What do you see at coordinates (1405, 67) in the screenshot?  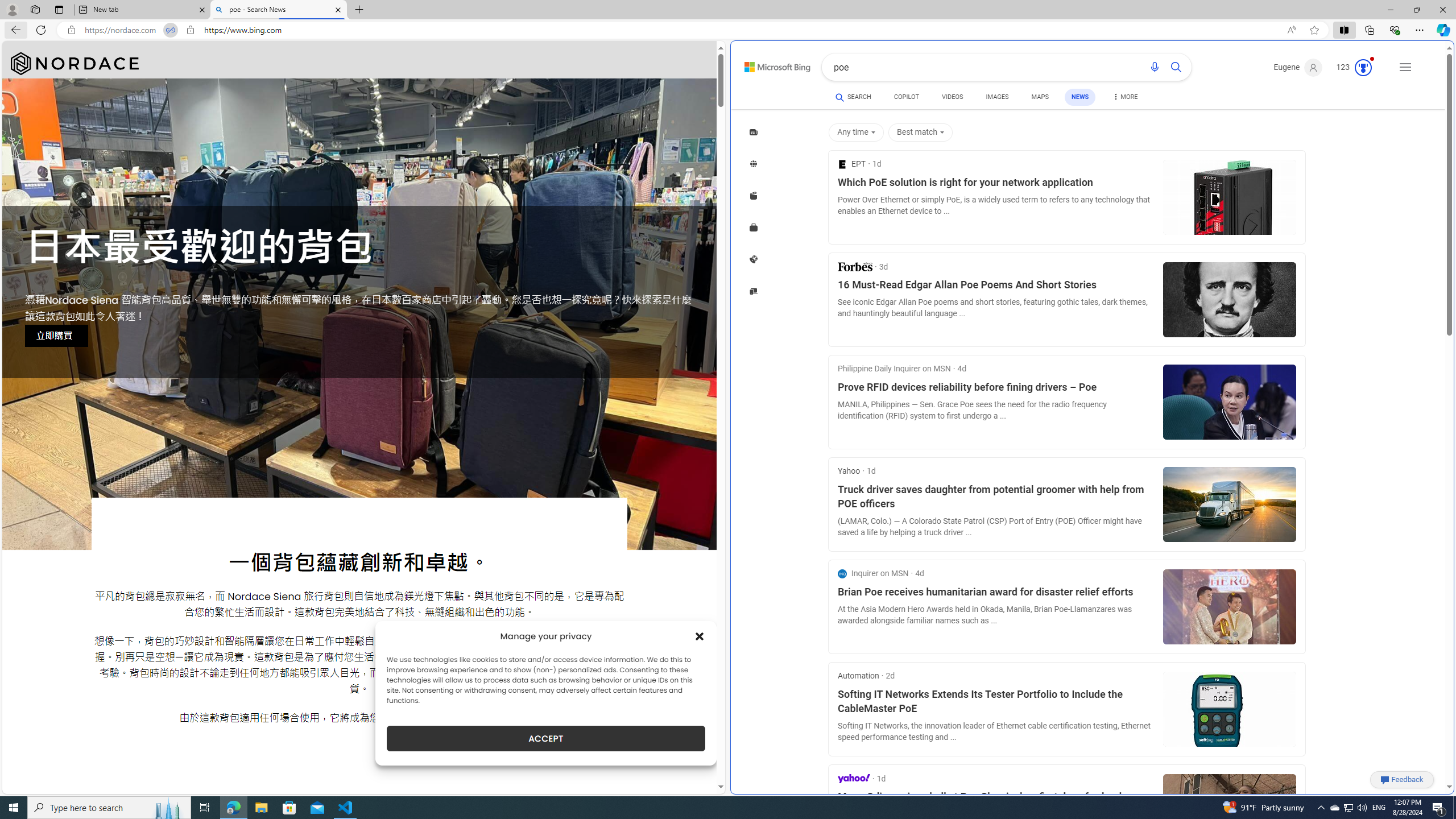 I see `'Settings and quick links'` at bounding box center [1405, 67].